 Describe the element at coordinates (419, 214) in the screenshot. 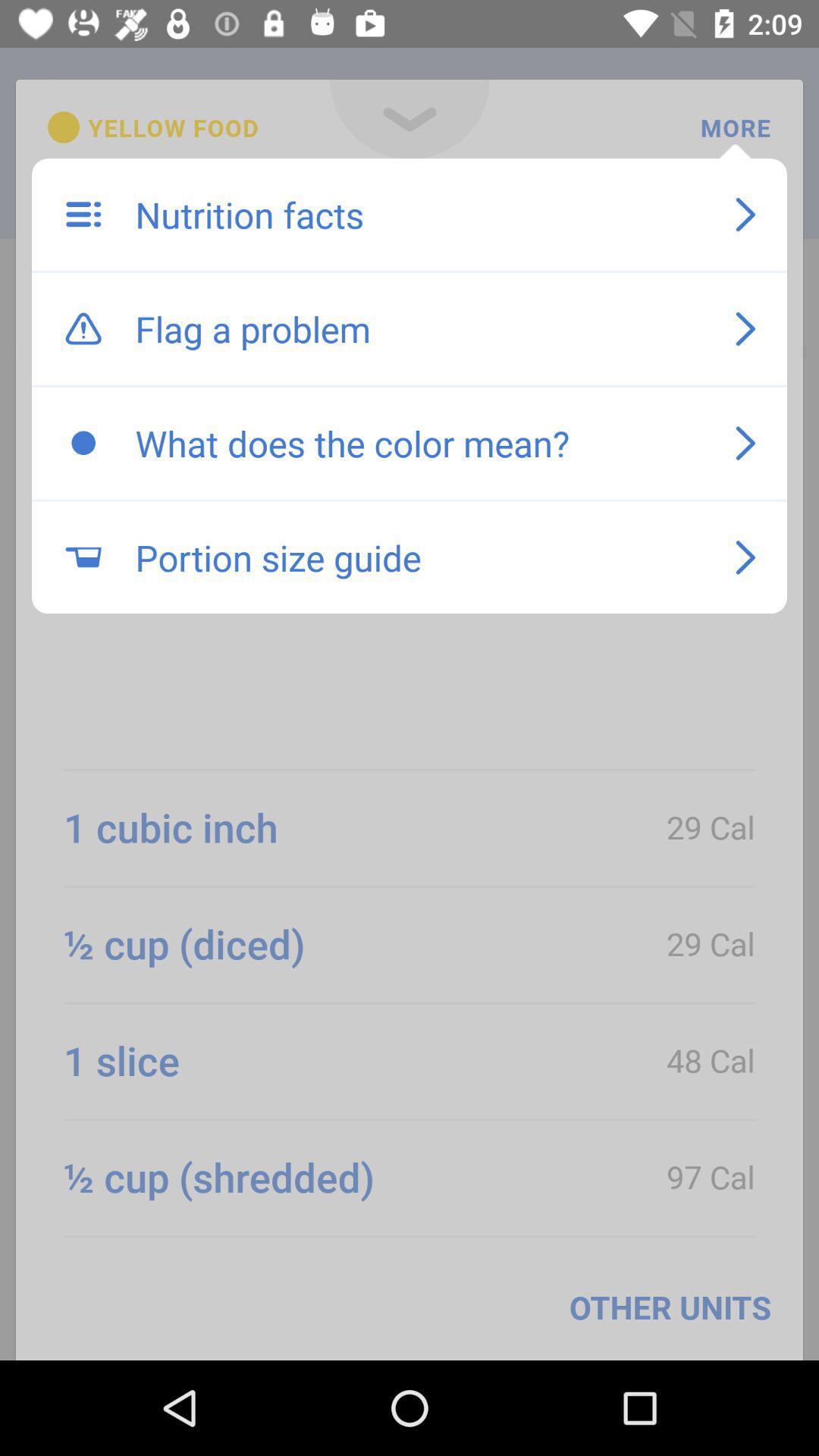

I see `item above flag a problem icon` at that location.